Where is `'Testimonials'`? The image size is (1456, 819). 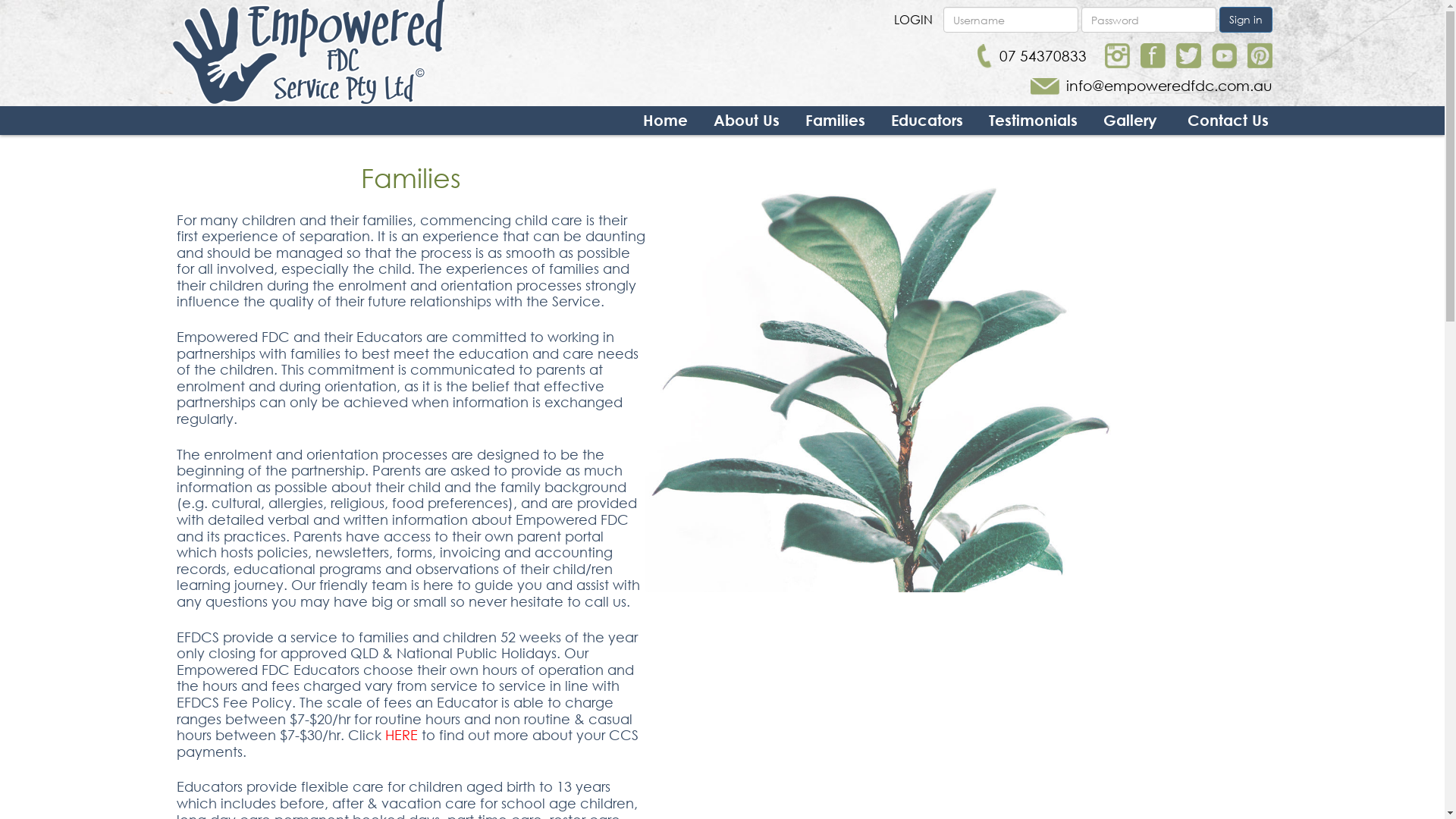
'Testimonials' is located at coordinates (1032, 119).